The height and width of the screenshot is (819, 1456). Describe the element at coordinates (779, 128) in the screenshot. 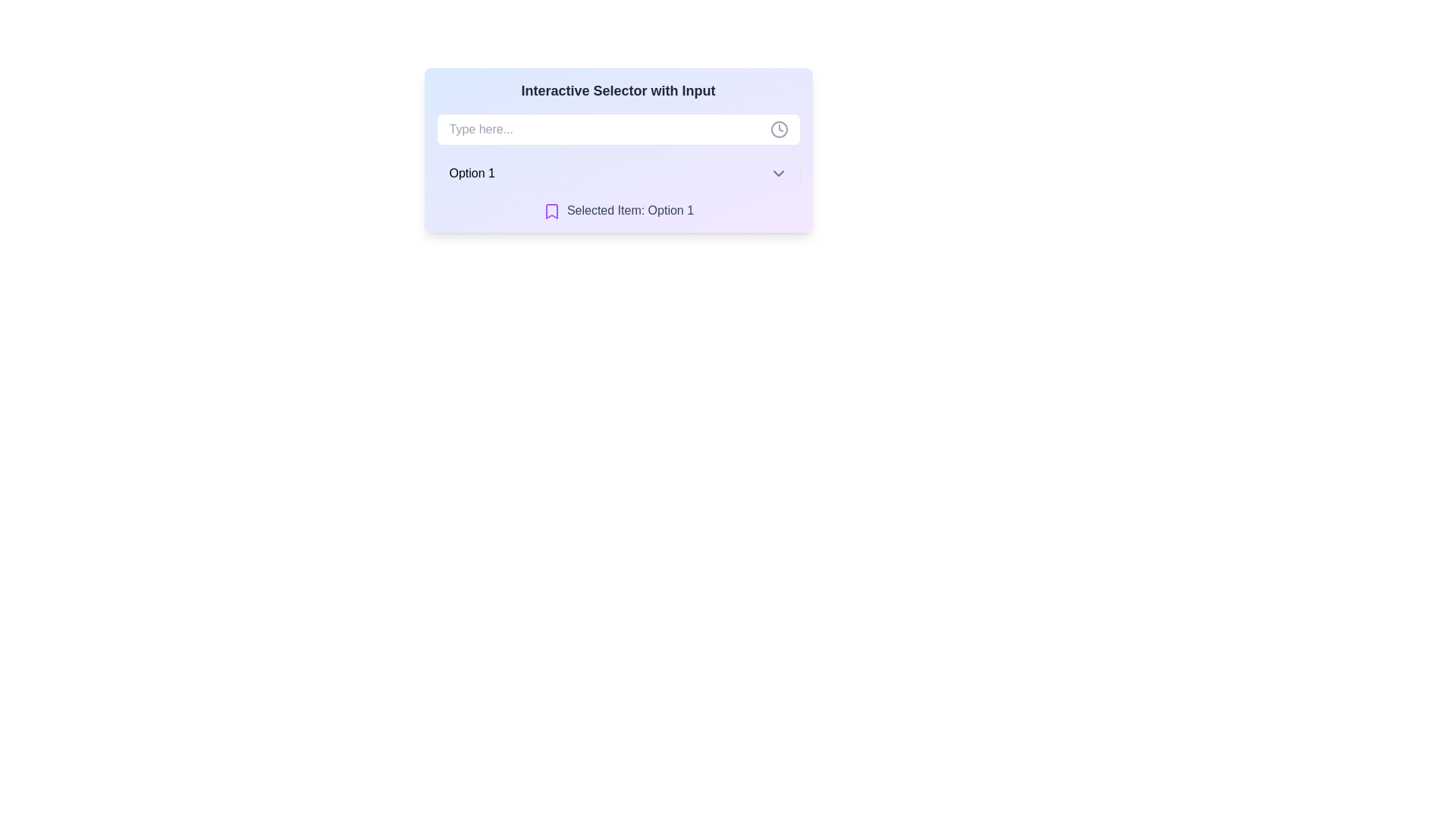

I see `the circular graphical element (circle in SVG) located at the center of the clock icon, which is positioned on the right side of the input field labeled 'Interactive Selector with Input'` at that location.